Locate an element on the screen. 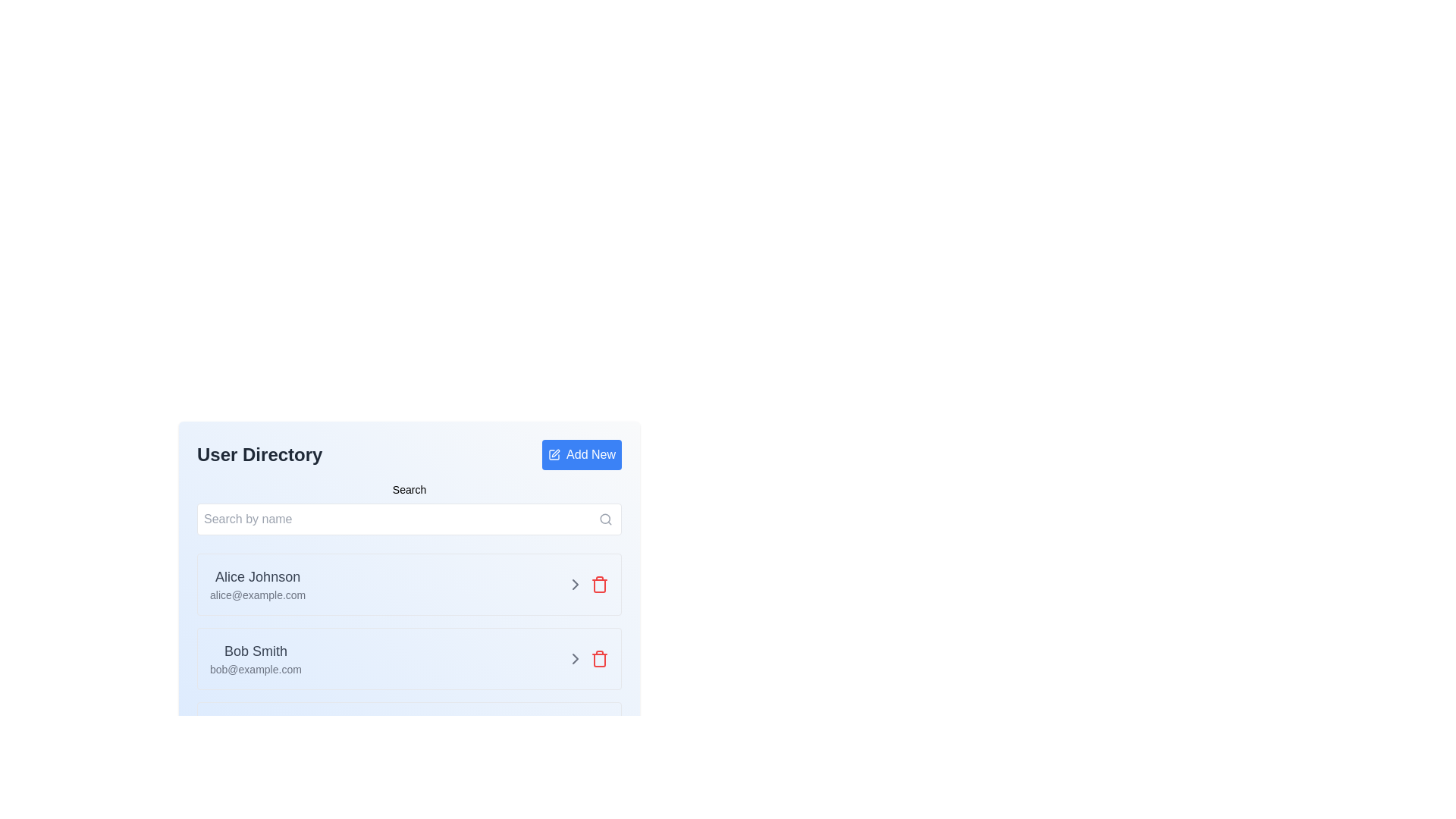 This screenshot has height=819, width=1456. email address 'bob@example.com' displayed in a small-sized, gray-colored font below the name 'Bob Smith' is located at coordinates (256, 669).